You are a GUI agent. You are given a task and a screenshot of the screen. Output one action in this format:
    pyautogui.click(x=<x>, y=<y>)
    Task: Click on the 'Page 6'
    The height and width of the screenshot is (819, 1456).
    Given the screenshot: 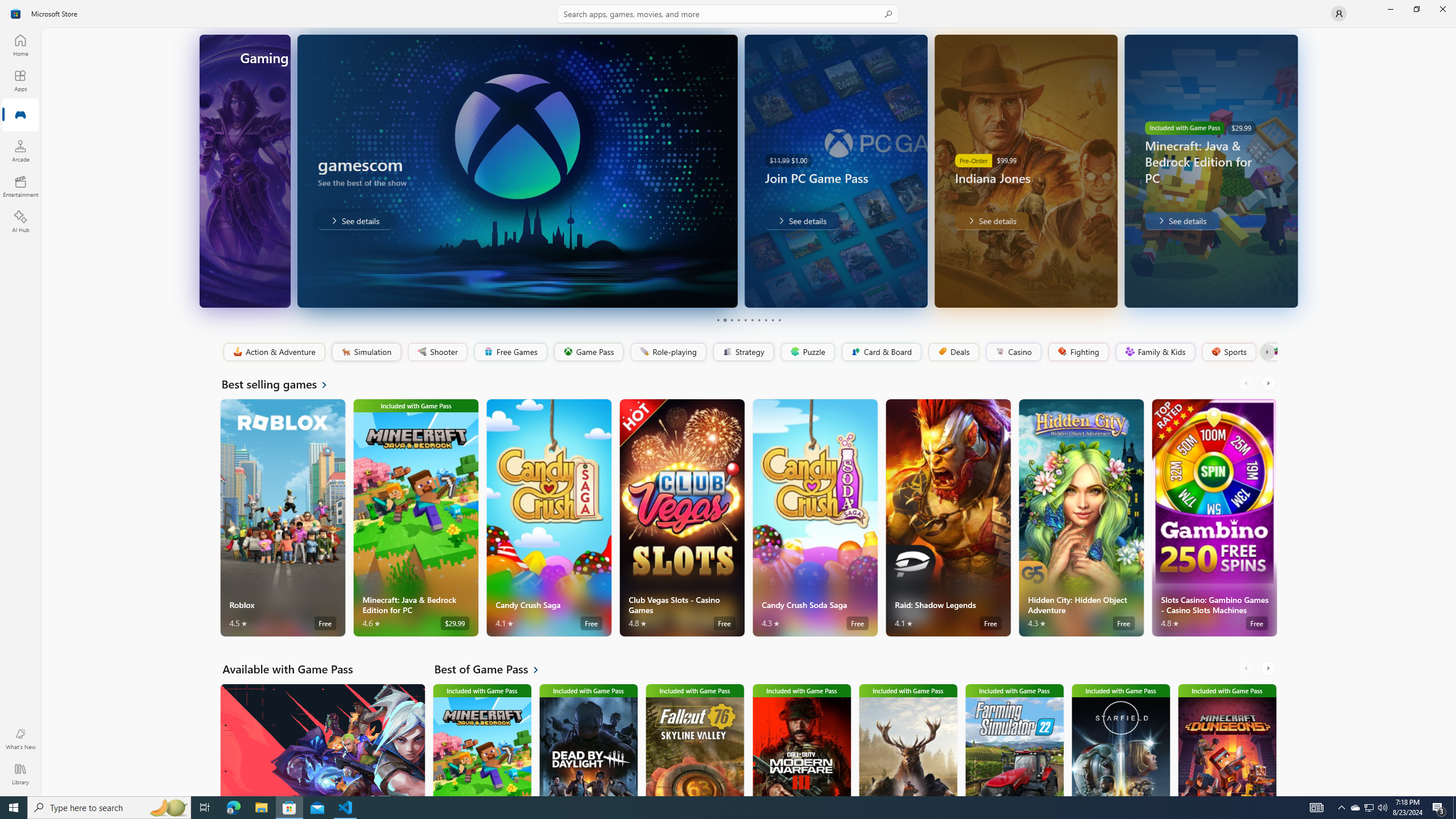 What is the action you would take?
    pyautogui.click(x=751, y=320)
    